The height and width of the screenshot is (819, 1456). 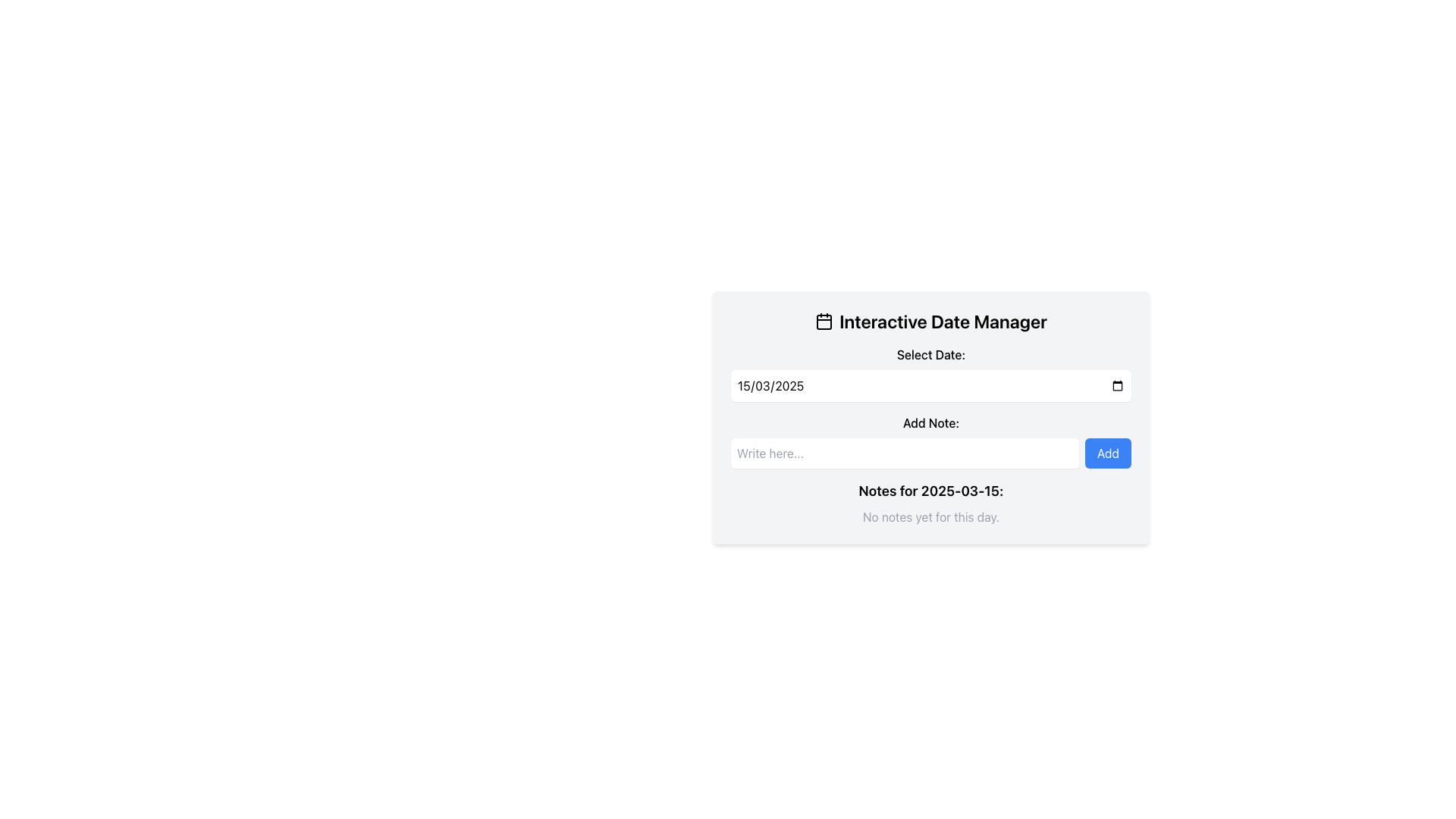 I want to click on the date input field displaying '15/03/2025' to type a new date, so click(x=930, y=385).